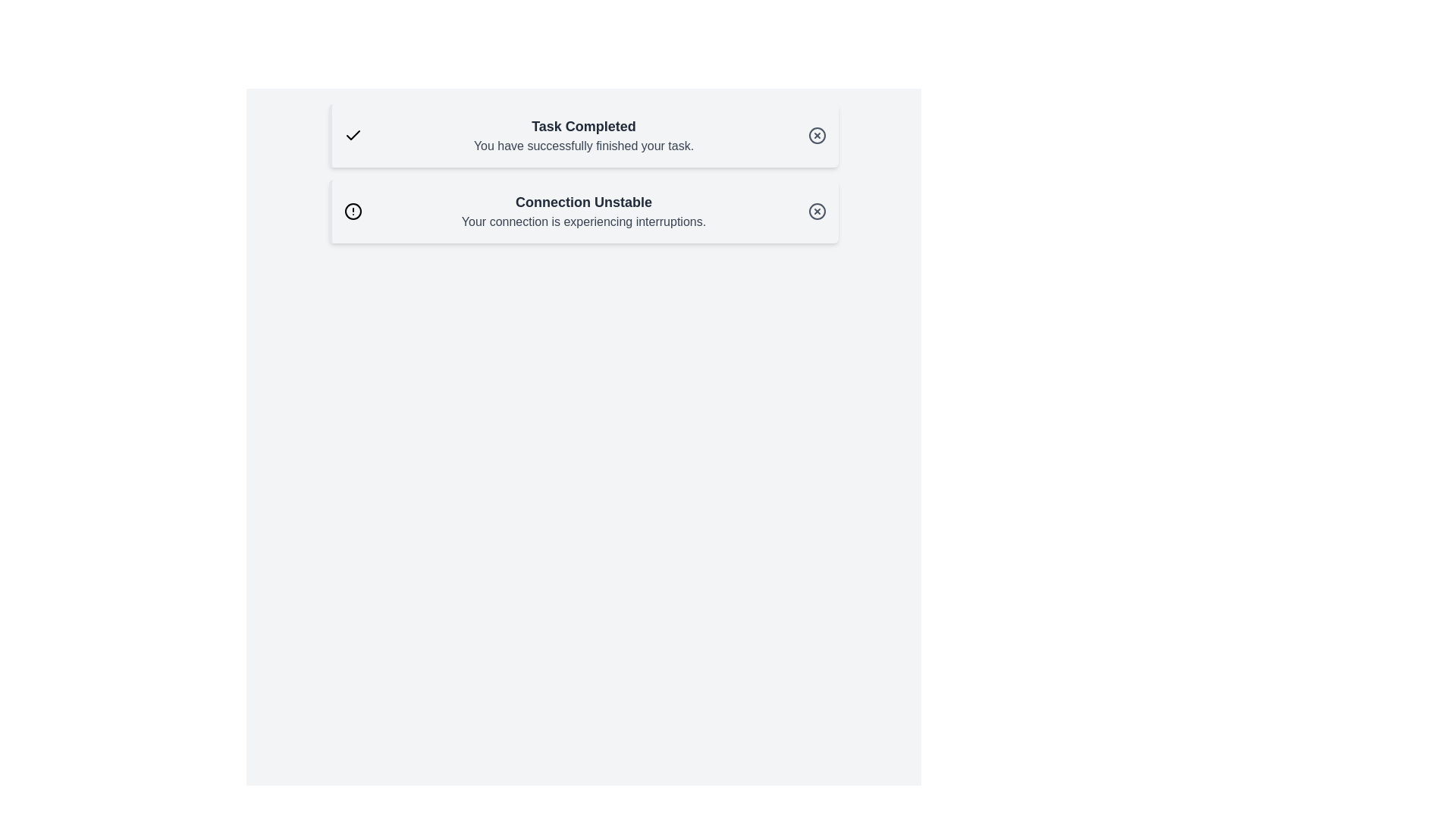 This screenshot has width=1456, height=819. What do you see at coordinates (352, 134) in the screenshot?
I see `the 'Task Completed' icon located on the left side of the notification box` at bounding box center [352, 134].